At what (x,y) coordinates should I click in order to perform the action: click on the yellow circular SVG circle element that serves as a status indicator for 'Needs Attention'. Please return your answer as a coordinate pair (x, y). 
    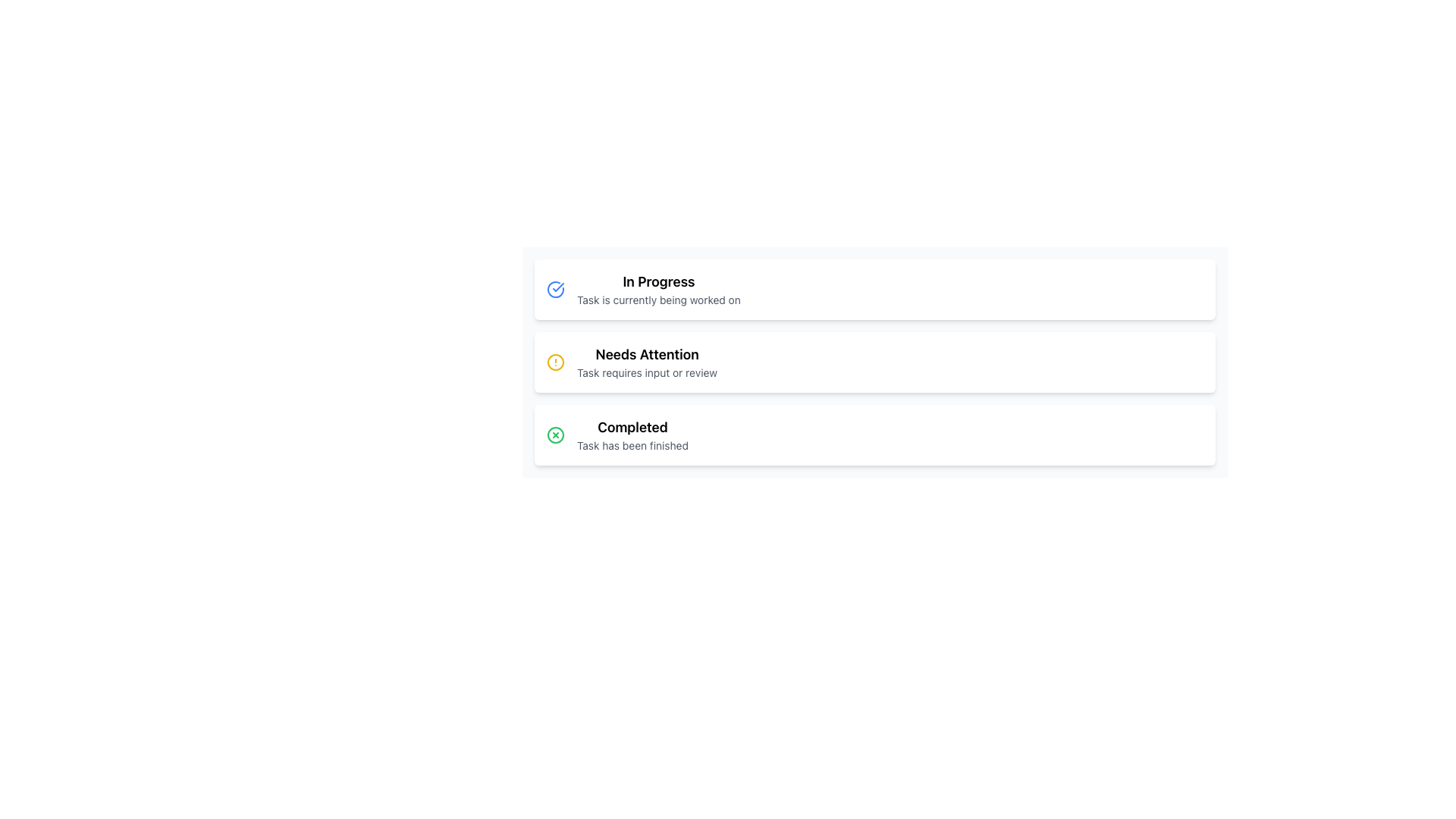
    Looking at the image, I should click on (555, 362).